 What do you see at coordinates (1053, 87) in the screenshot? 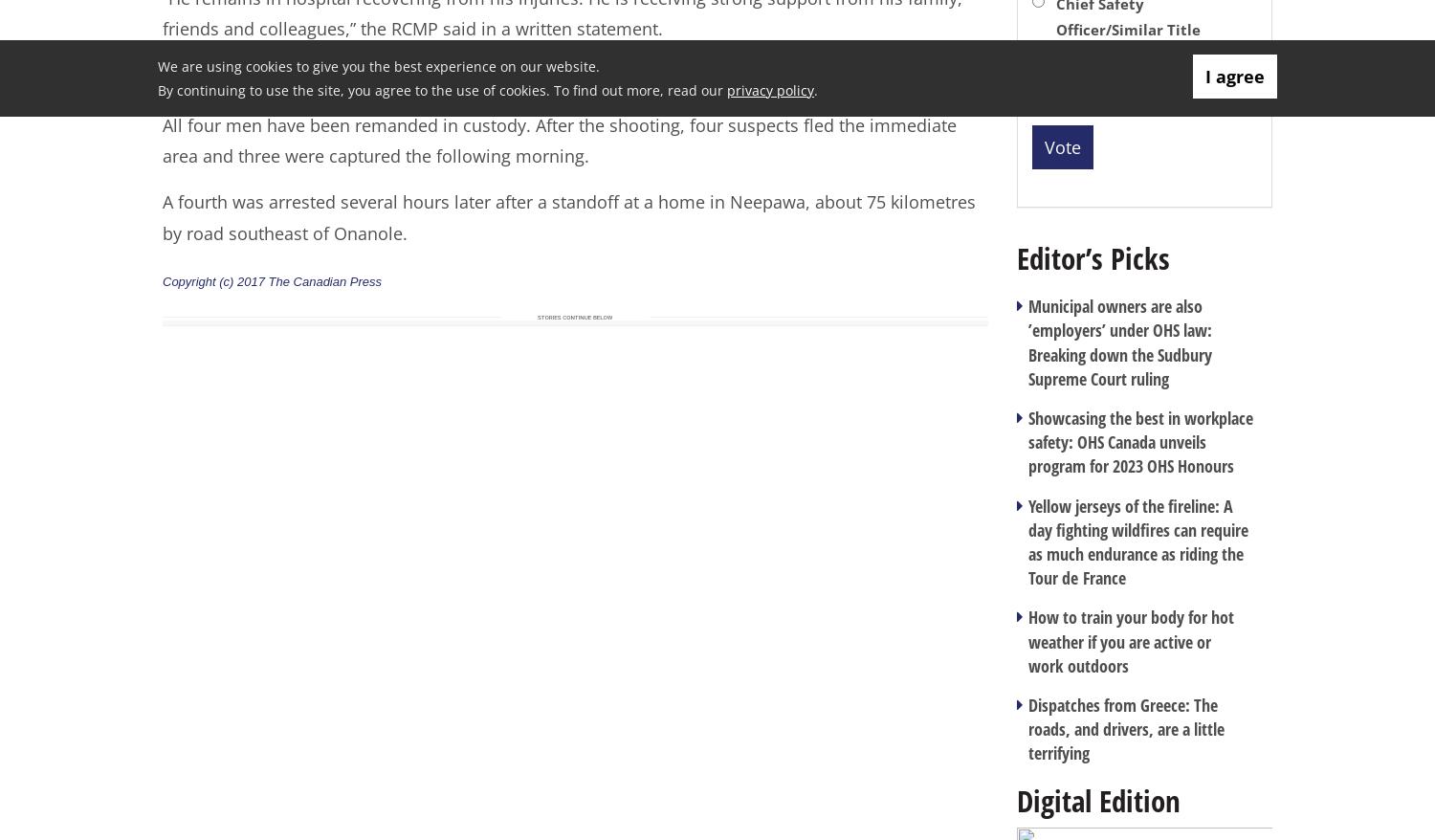
I see `'Other'` at bounding box center [1053, 87].